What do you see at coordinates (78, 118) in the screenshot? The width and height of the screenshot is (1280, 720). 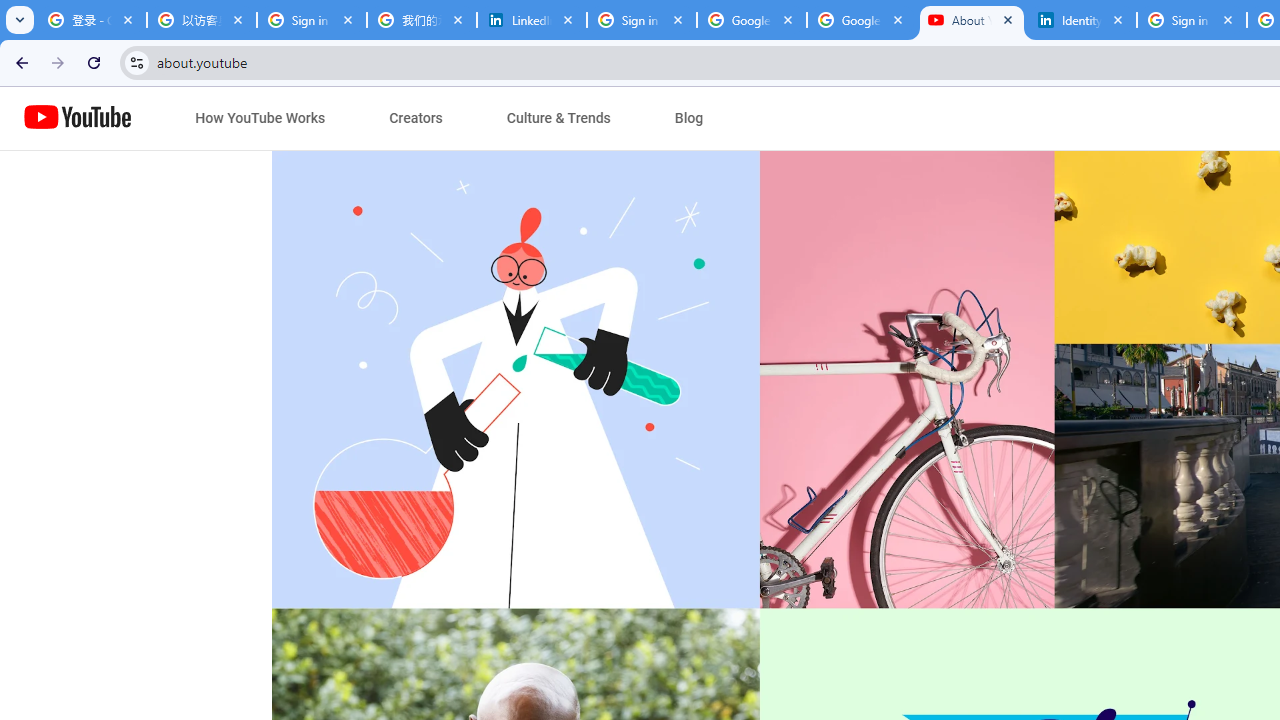 I see `'Home page link'` at bounding box center [78, 118].